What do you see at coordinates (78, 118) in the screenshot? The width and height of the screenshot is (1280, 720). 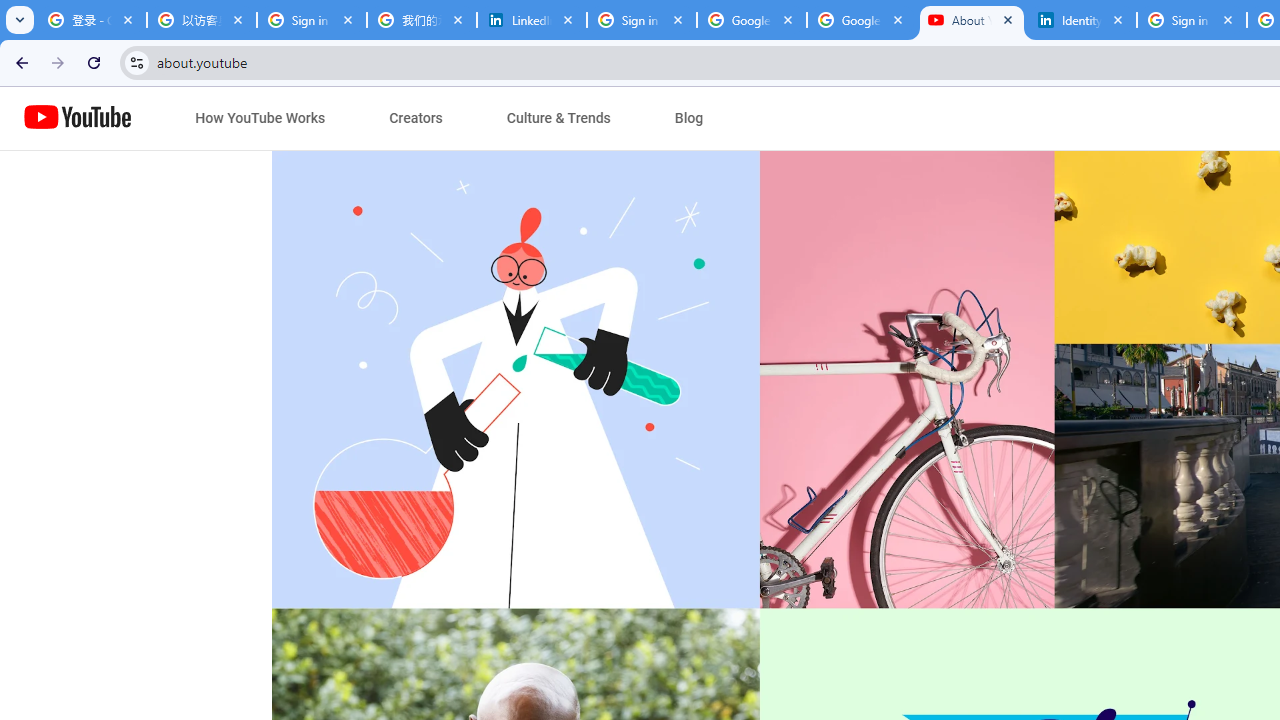 I see `'Home page link'` at bounding box center [78, 118].